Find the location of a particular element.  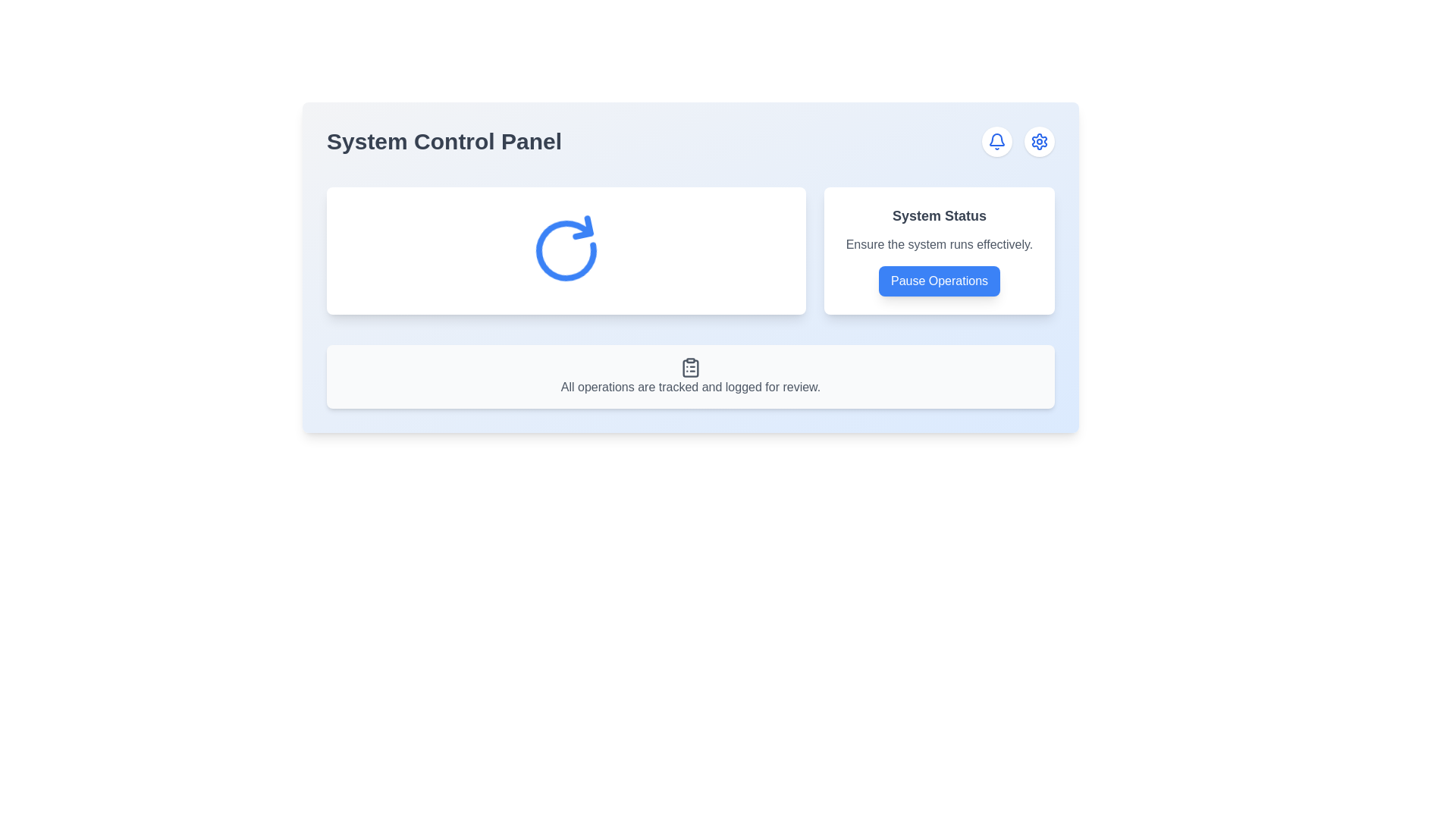

the non-interactive graphical representation icon located in the top-right region of the interface, which is the leftmost icon among a row of small circular icons is located at coordinates (997, 140).